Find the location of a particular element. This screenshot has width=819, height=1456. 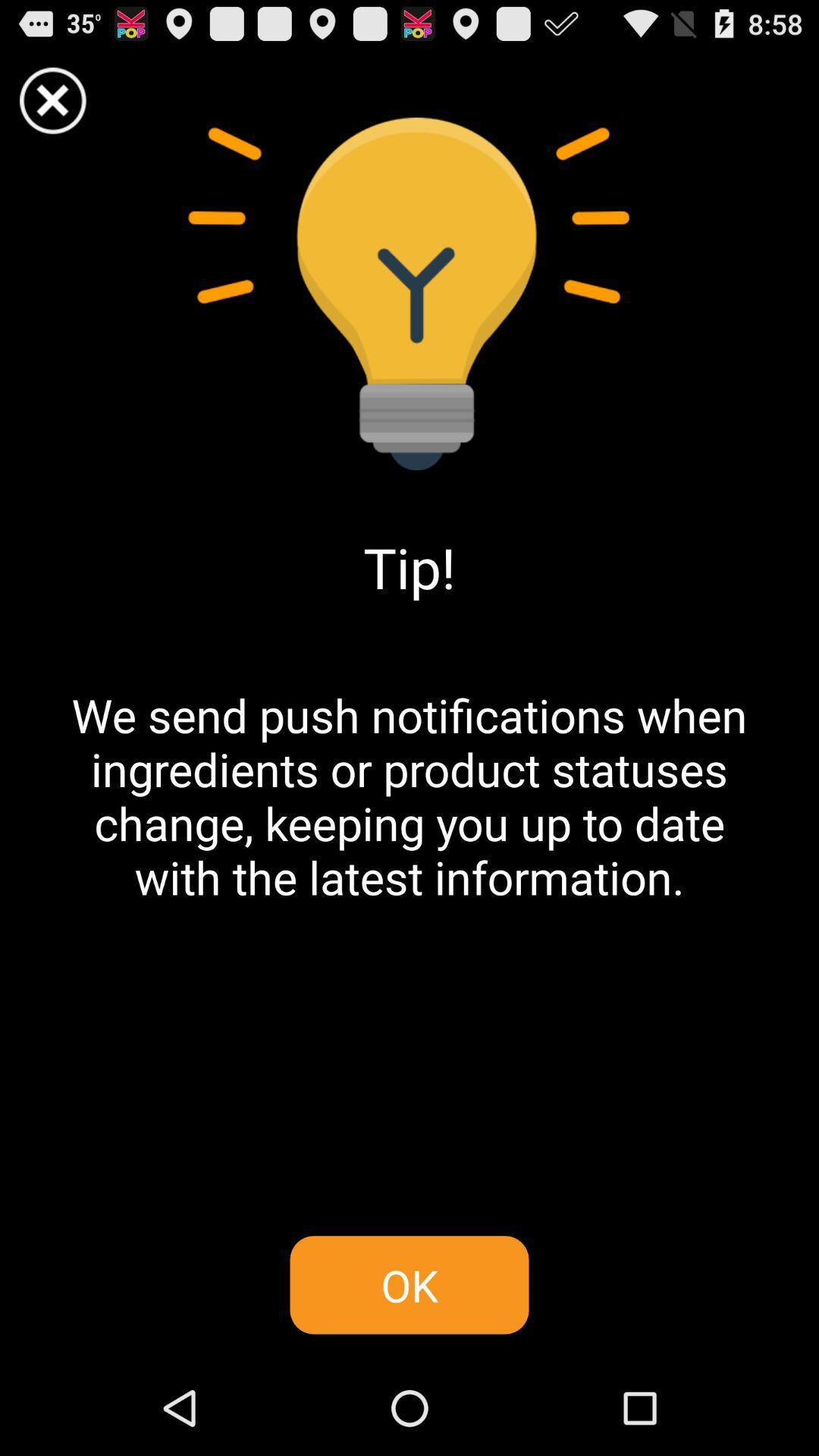

the close icon is located at coordinates (409, 1316).